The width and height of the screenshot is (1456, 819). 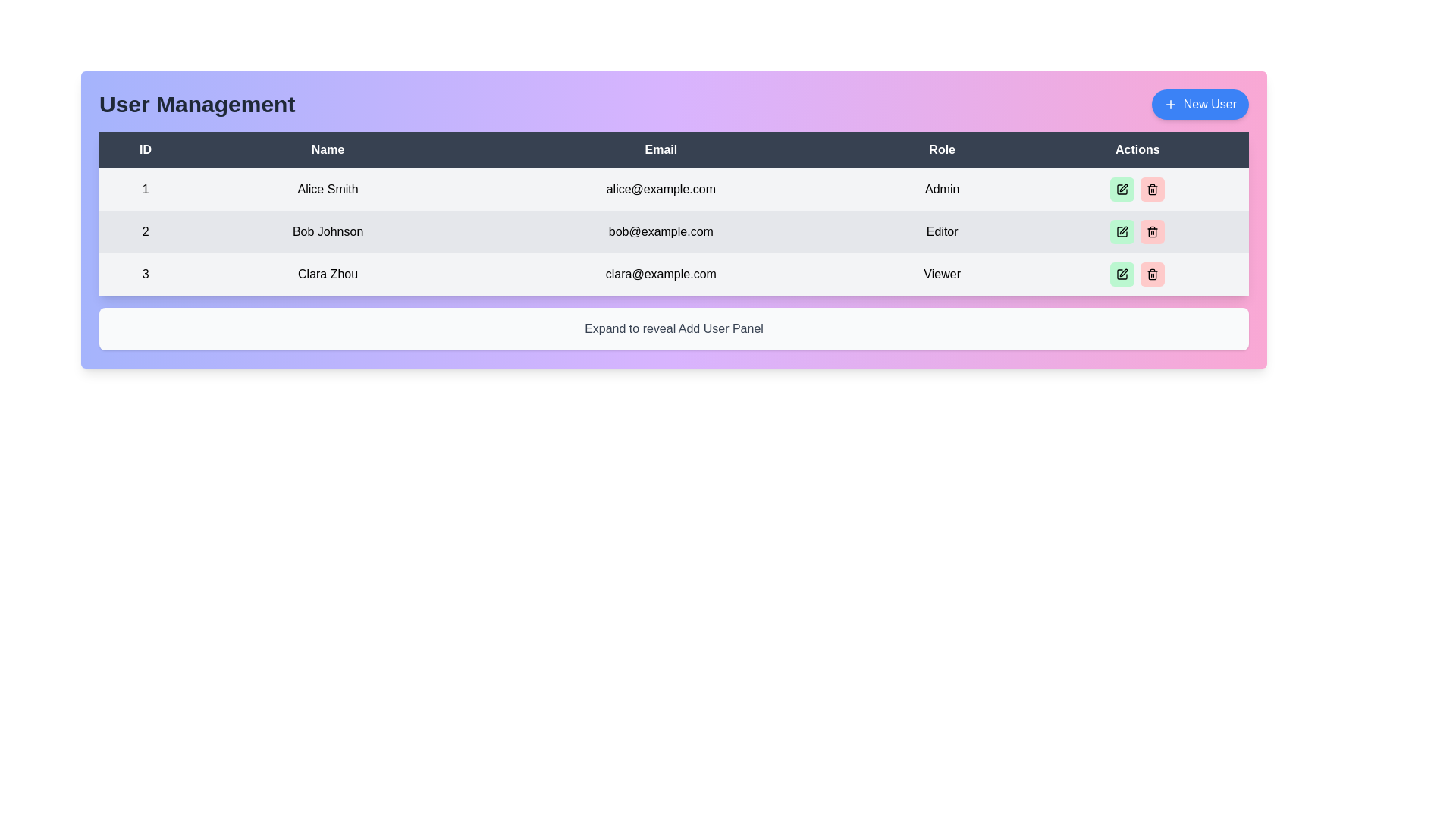 I want to click on the Text label displaying 'Clara Zhou' in the 'Name' column of the third row in the 'User Management' table, so click(x=327, y=275).